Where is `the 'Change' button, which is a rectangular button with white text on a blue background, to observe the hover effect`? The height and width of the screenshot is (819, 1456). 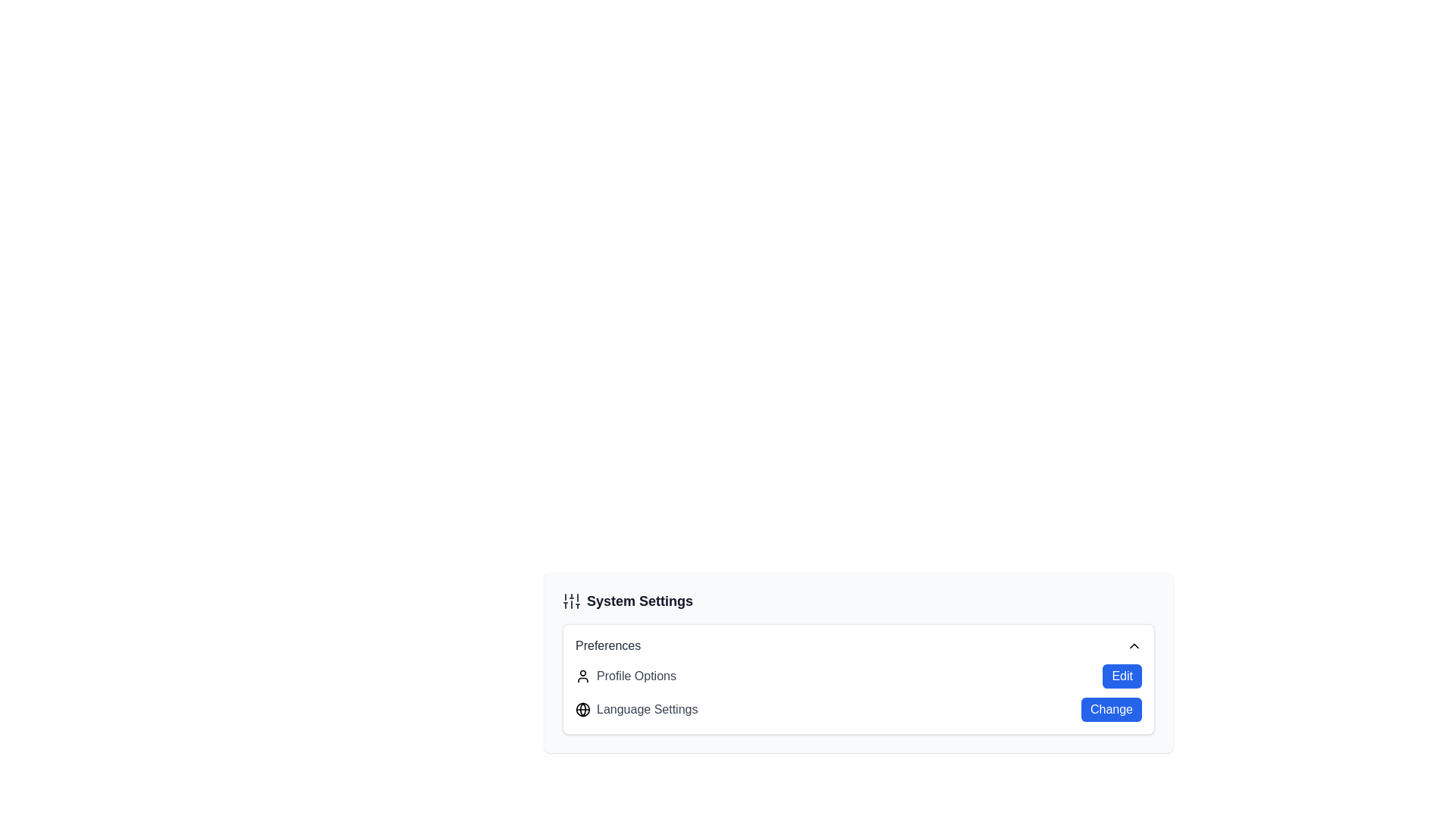
the 'Change' button, which is a rectangular button with white text on a blue background, to observe the hover effect is located at coordinates (1111, 710).